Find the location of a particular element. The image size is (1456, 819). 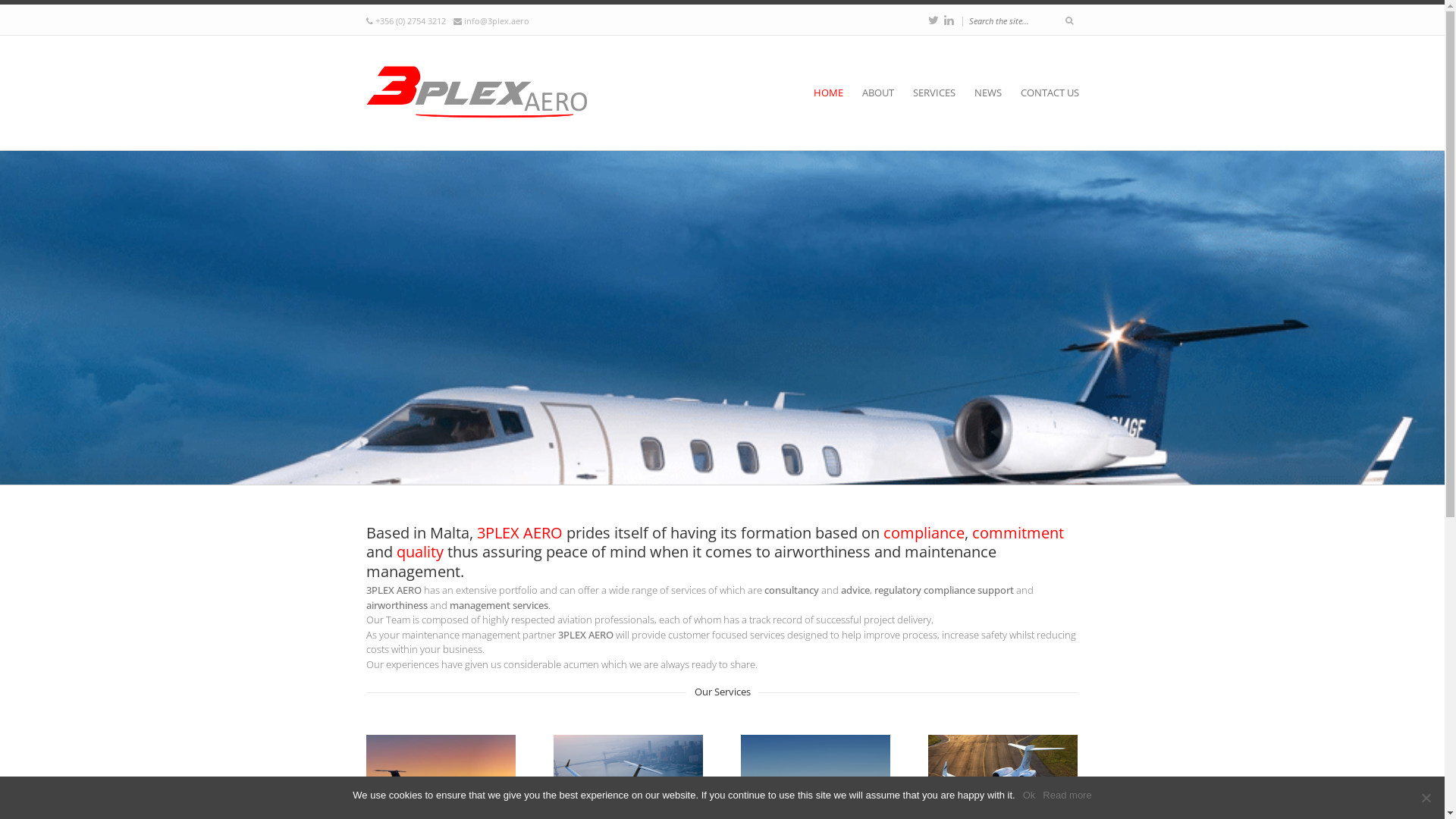

'Twitter' is located at coordinates (932, 20).